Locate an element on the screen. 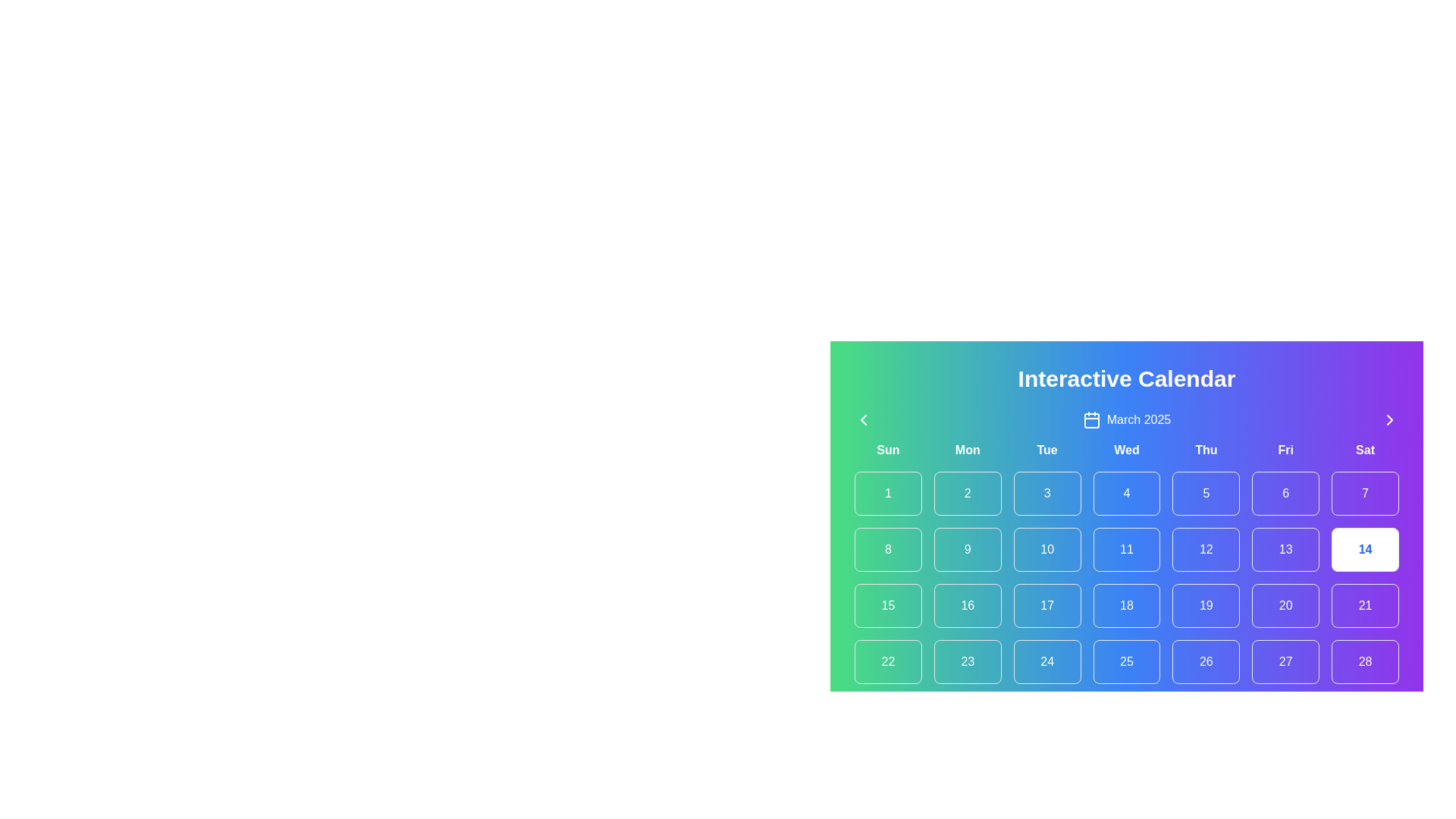 The height and width of the screenshot is (819, 1456). the clickable calendar date button representing the 20th date in the calendar layout is located at coordinates (1285, 604).